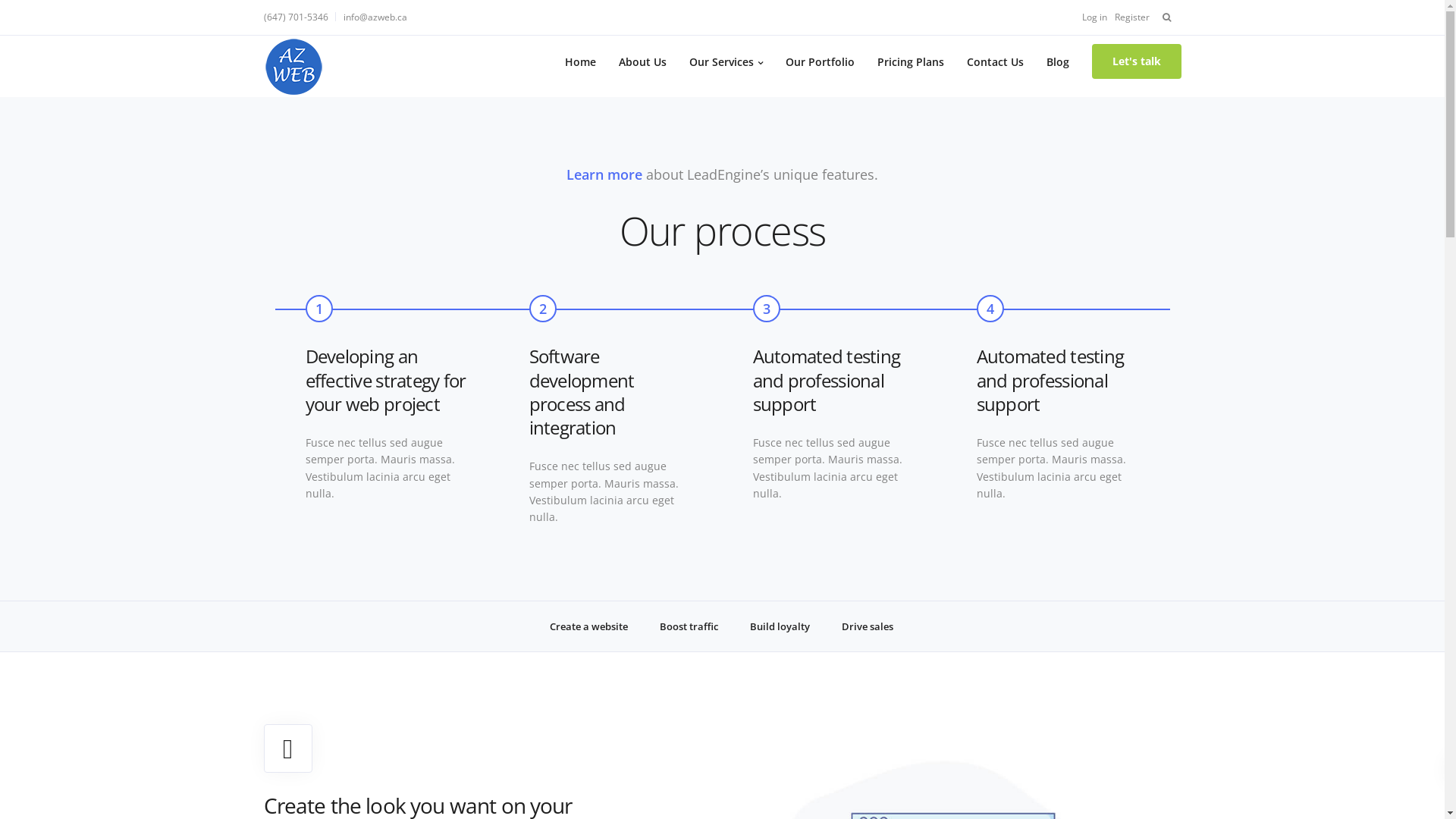 The height and width of the screenshot is (819, 1456). Describe the element at coordinates (1094, 17) in the screenshot. I see `'Log in'` at that location.